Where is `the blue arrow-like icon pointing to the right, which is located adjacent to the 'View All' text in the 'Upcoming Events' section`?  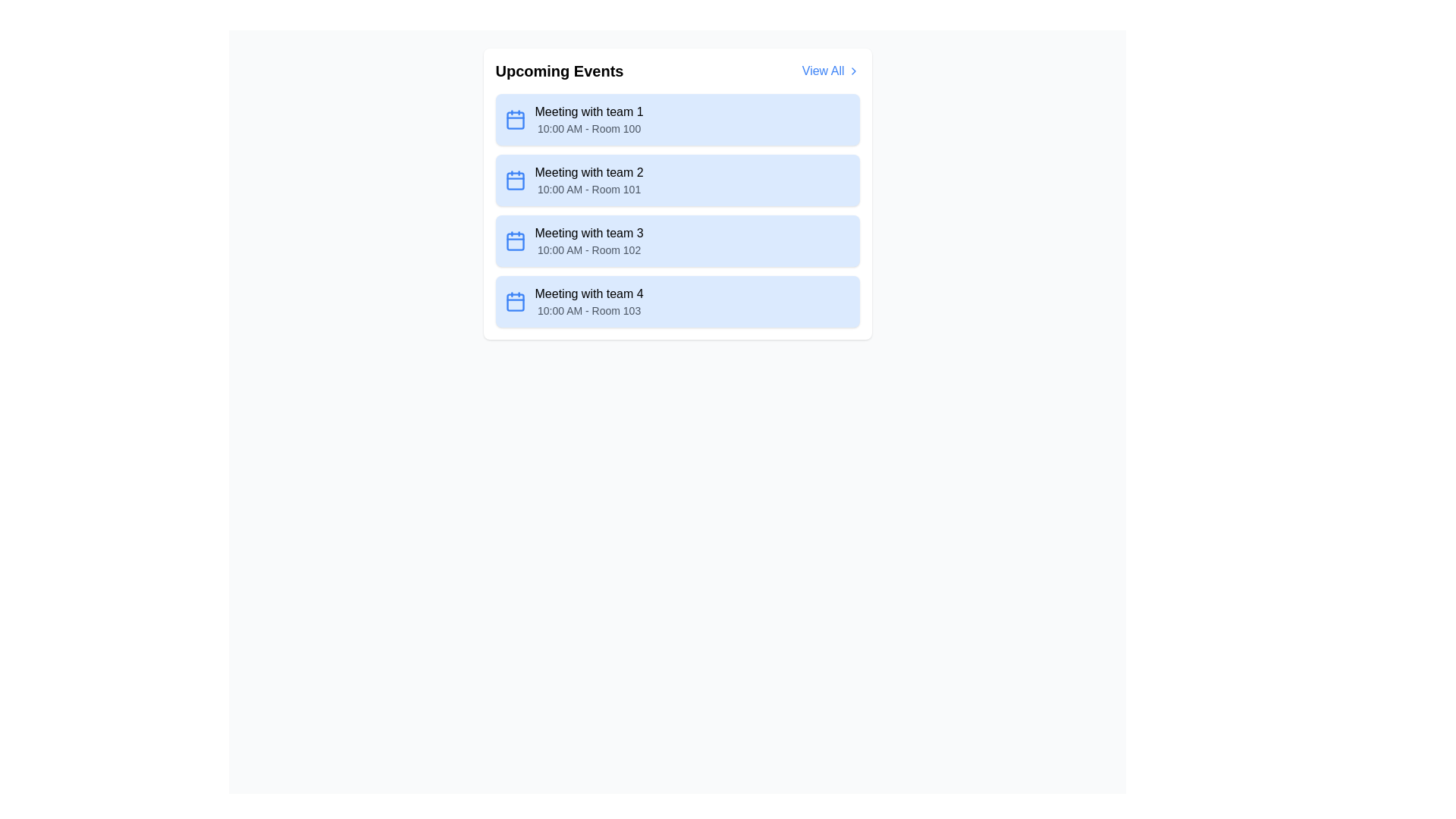
the blue arrow-like icon pointing to the right, which is located adjacent to the 'View All' text in the 'Upcoming Events' section is located at coordinates (853, 71).